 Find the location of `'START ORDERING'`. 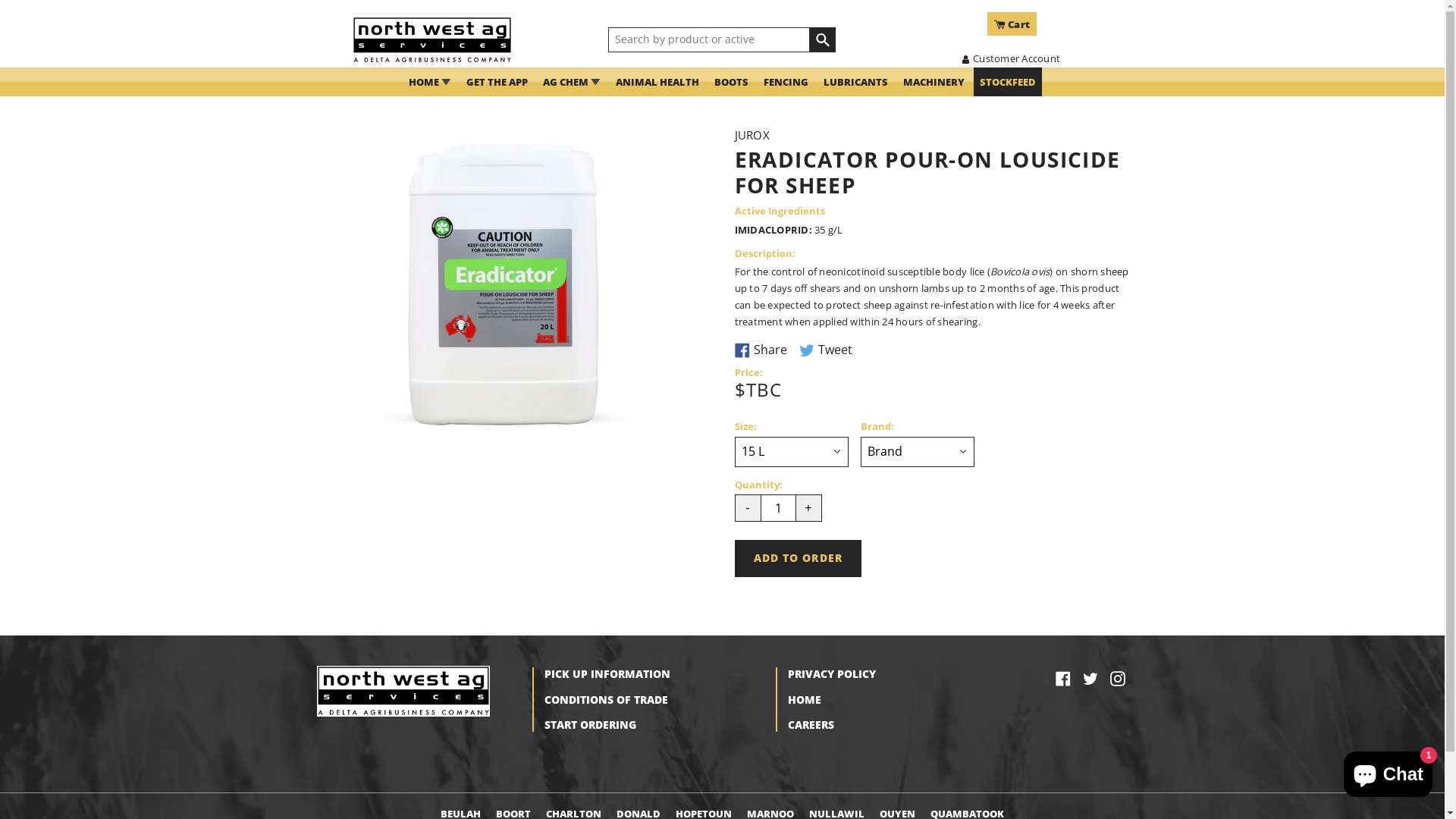

'START ORDERING' is located at coordinates (589, 723).